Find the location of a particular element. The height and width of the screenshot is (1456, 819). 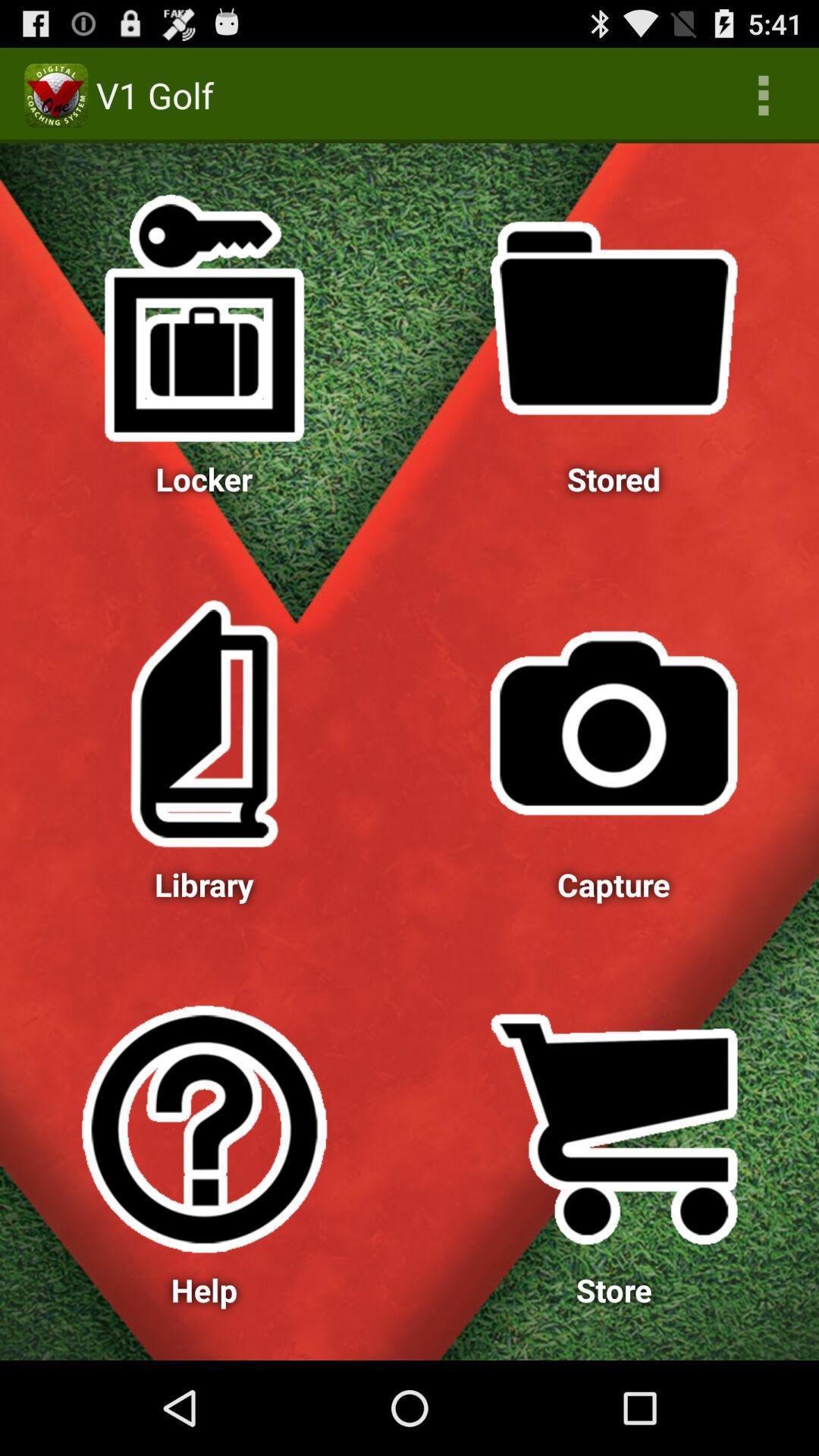

app to the right of v1 golf is located at coordinates (763, 94).